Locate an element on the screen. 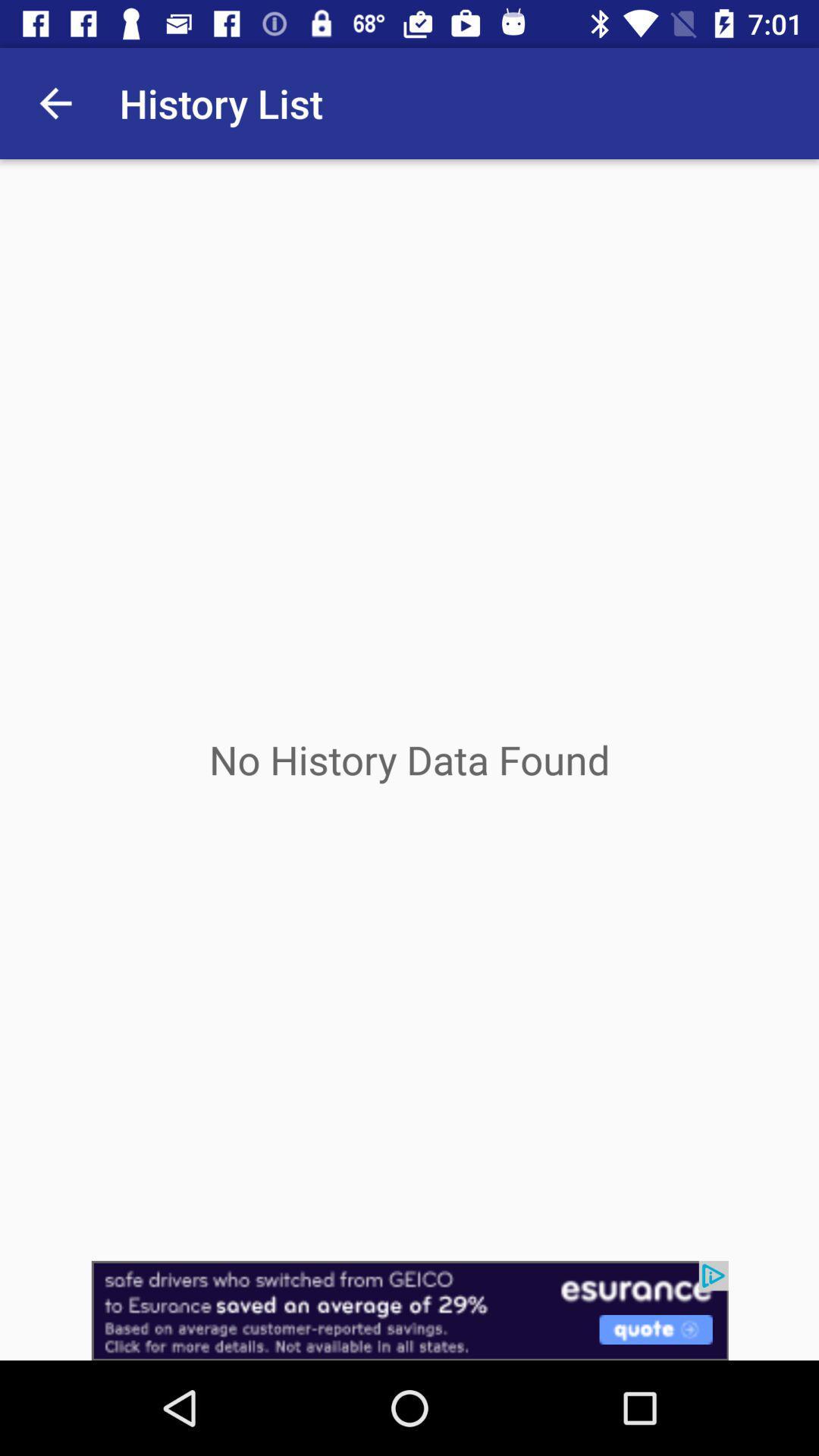  advertisement is located at coordinates (409, 1310).